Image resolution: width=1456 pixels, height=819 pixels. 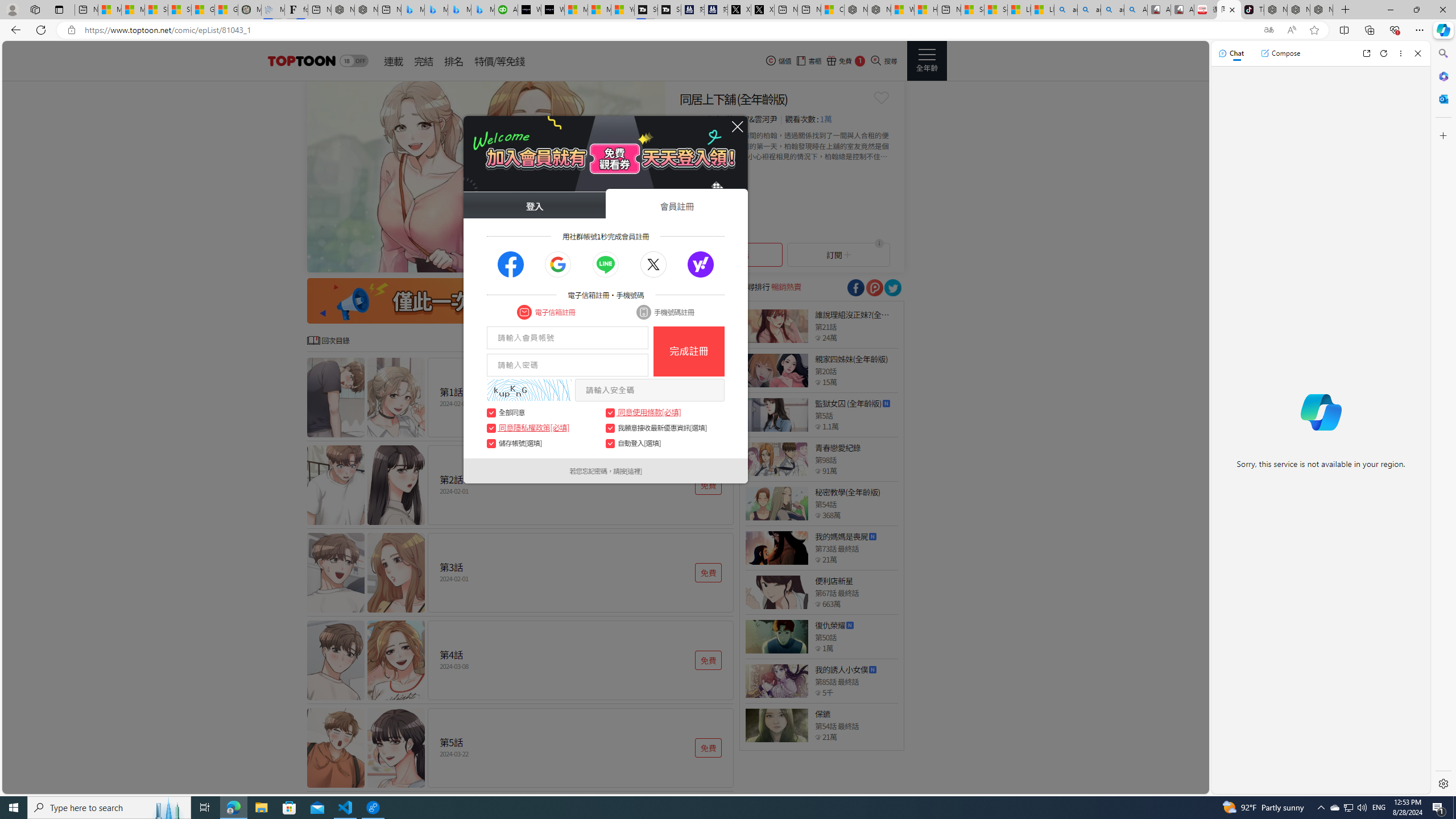 I want to click on 'Split screen', so click(x=1345, y=29).